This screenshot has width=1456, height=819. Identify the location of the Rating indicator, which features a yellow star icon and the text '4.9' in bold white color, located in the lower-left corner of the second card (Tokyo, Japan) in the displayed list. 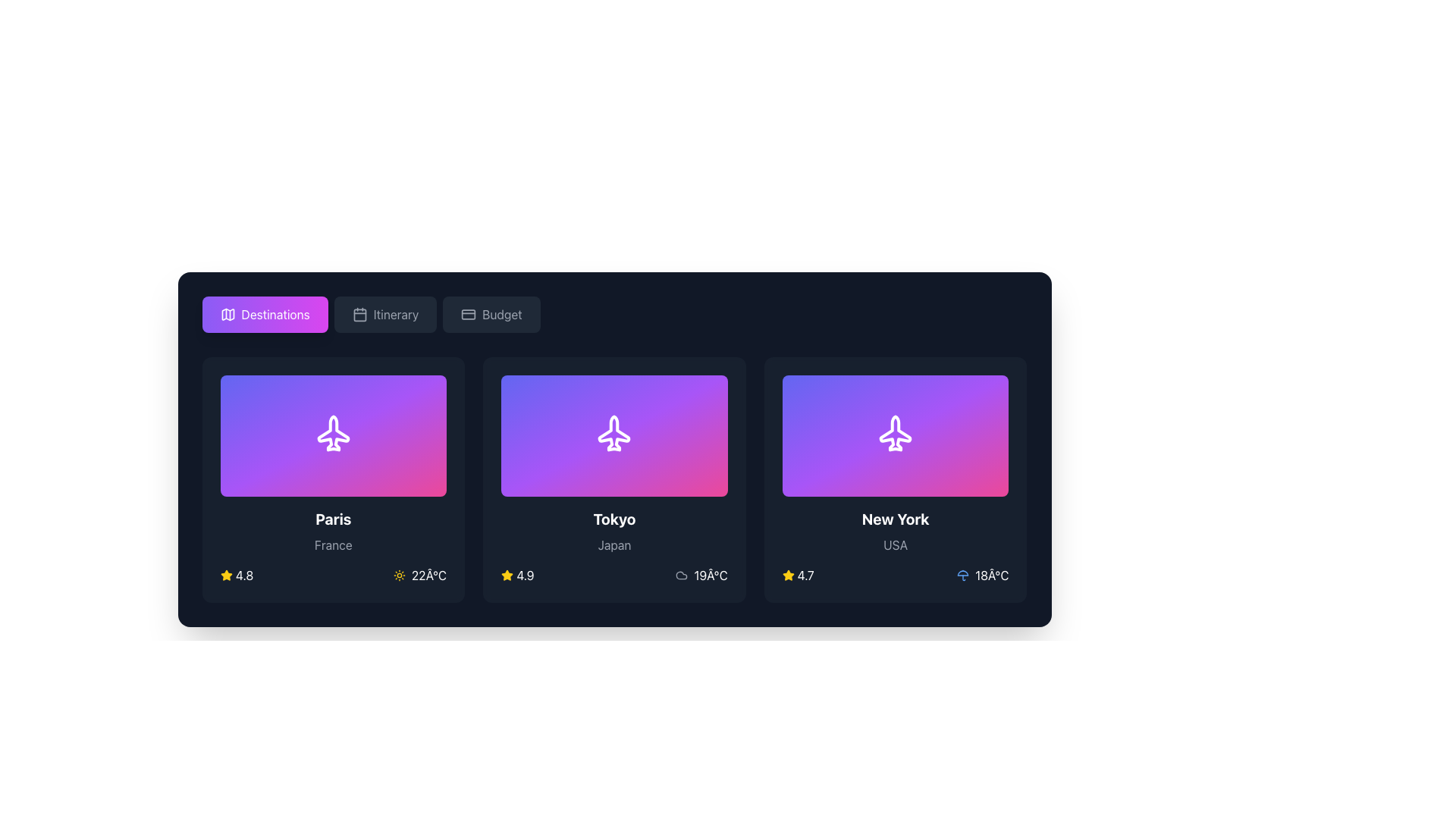
(517, 576).